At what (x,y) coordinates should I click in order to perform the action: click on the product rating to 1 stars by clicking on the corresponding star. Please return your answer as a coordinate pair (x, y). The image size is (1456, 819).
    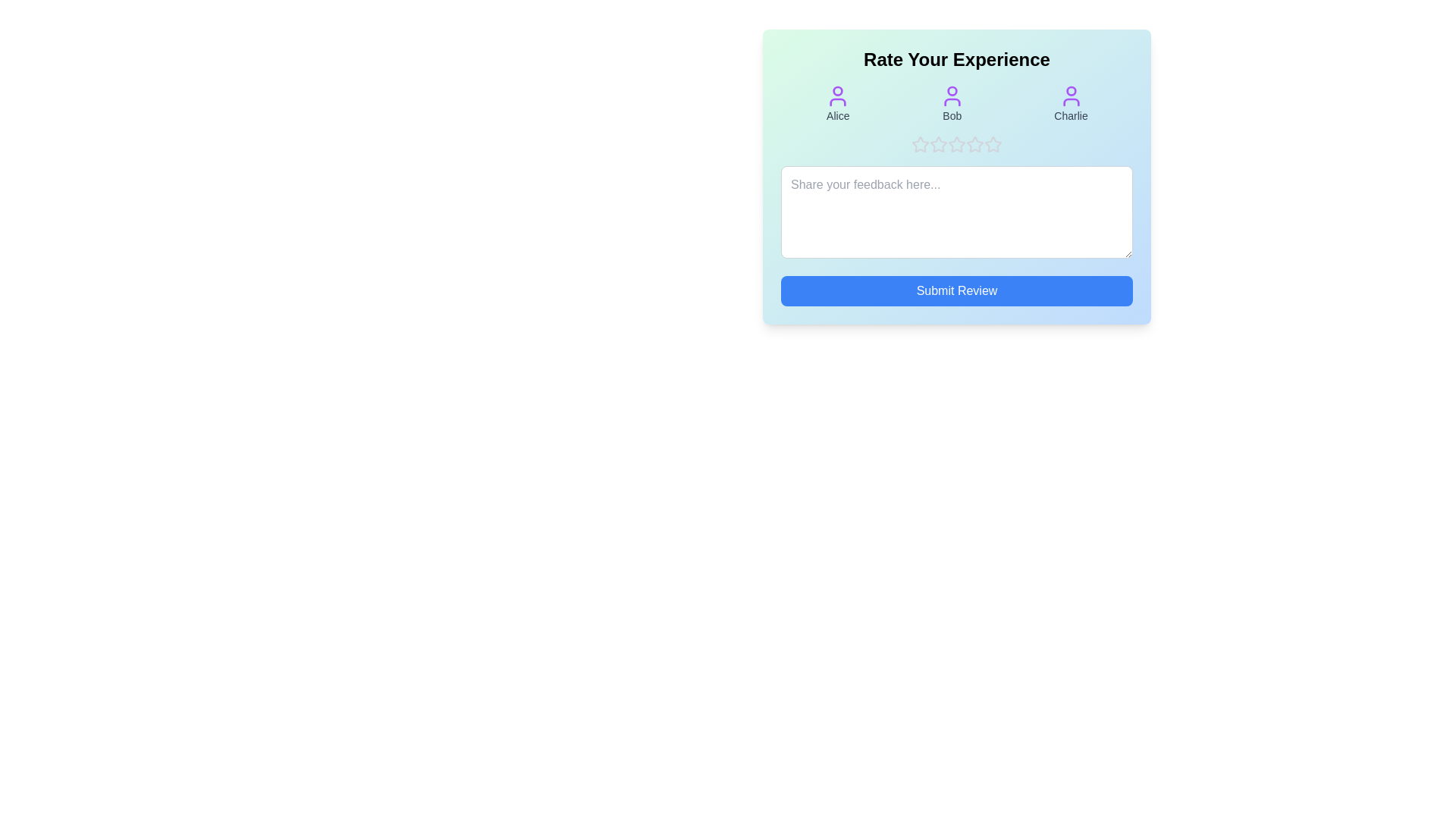
    Looking at the image, I should click on (920, 145).